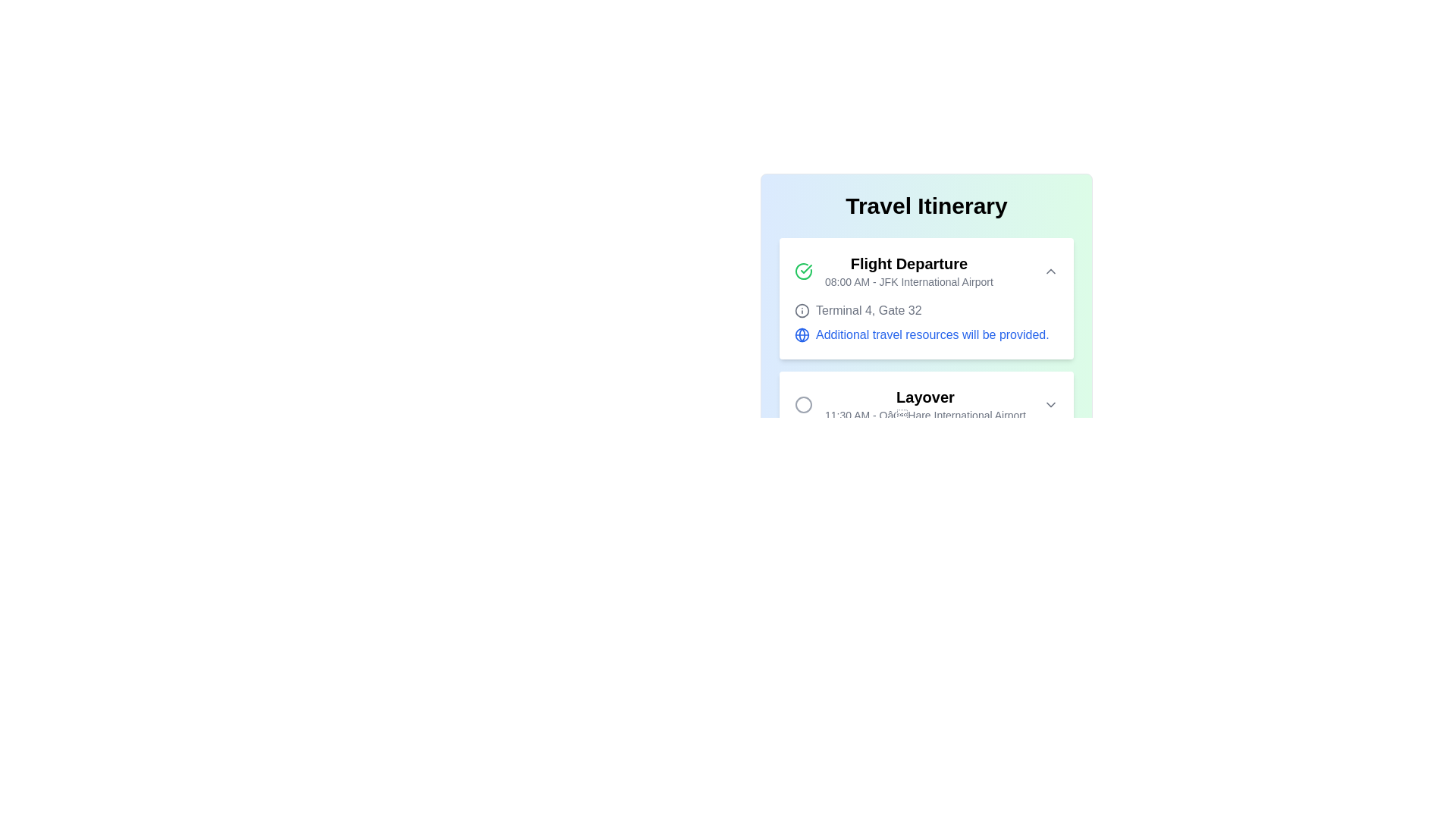 This screenshot has width=1456, height=819. I want to click on the circular informational icon containing an 'i', so click(801, 309).